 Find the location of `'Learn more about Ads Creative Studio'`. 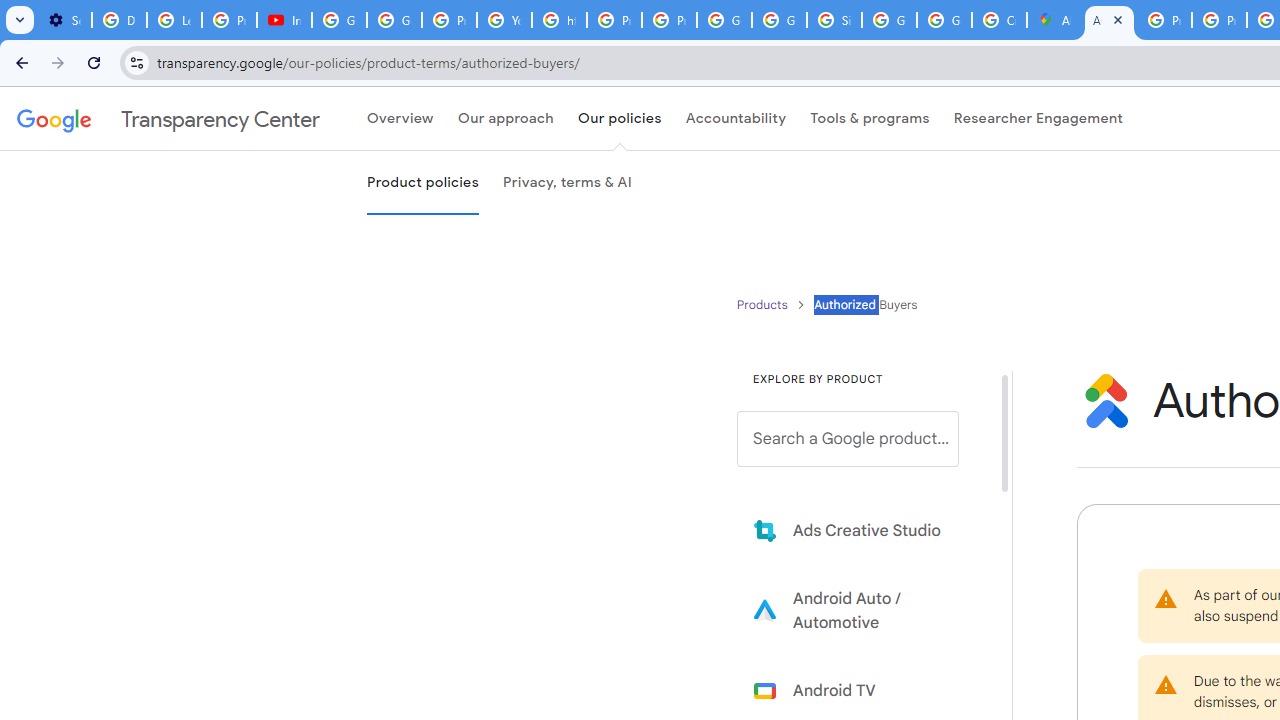

'Learn more about Ads Creative Studio' is located at coordinates (862, 530).